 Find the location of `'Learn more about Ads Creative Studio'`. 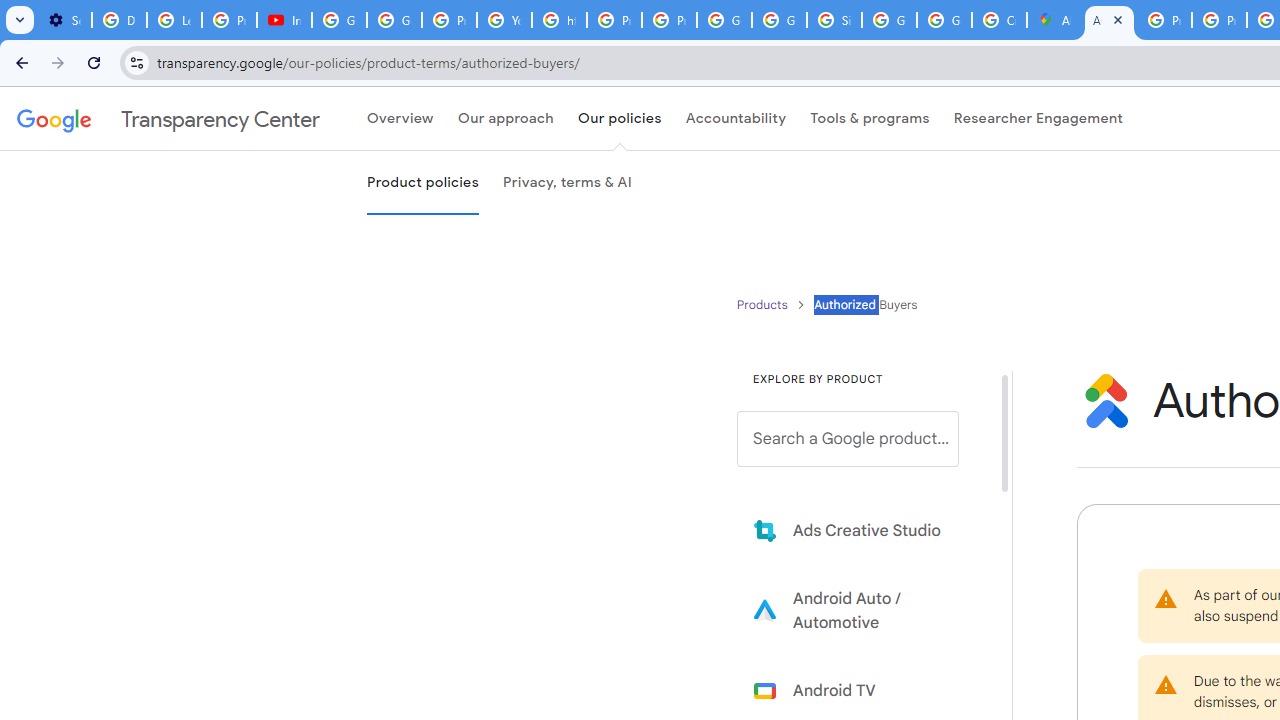

'Learn more about Ads Creative Studio' is located at coordinates (862, 530).